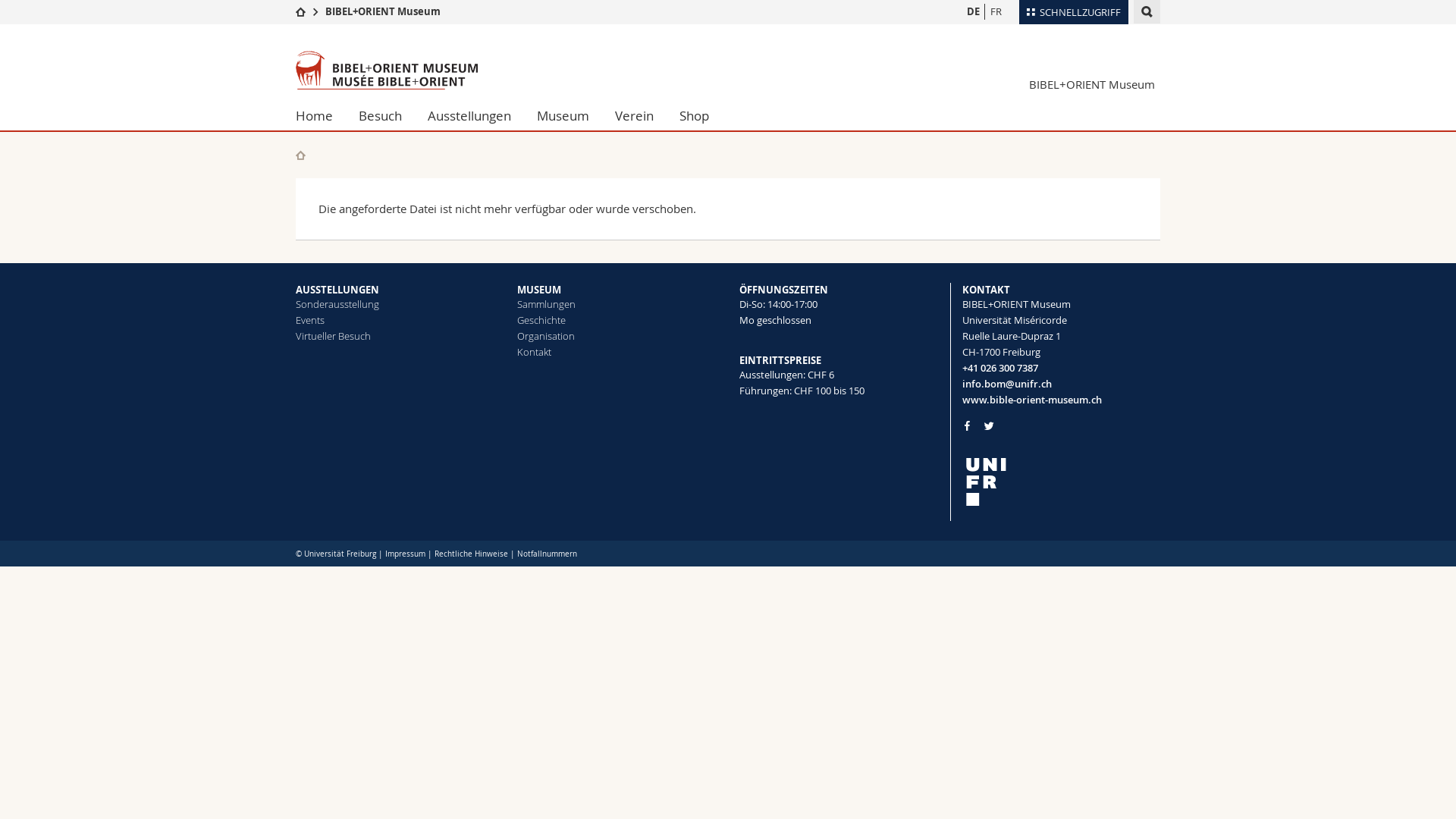 Image resolution: width=1456 pixels, height=819 pixels. Describe the element at coordinates (1059, 368) in the screenshot. I see `'+41 026 300 7387'` at that location.